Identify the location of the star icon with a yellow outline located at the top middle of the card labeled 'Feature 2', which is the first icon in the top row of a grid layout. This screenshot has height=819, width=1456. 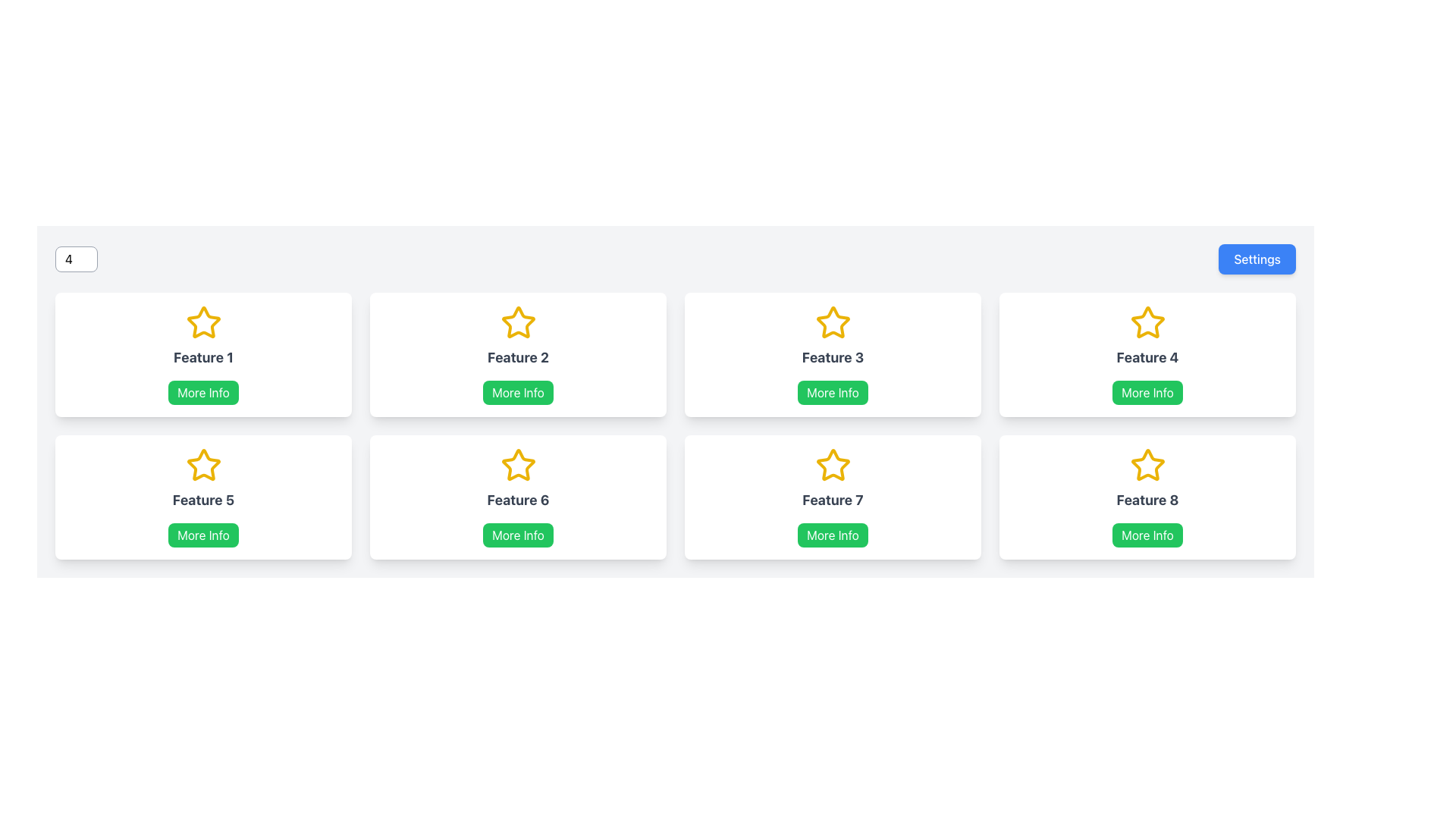
(518, 322).